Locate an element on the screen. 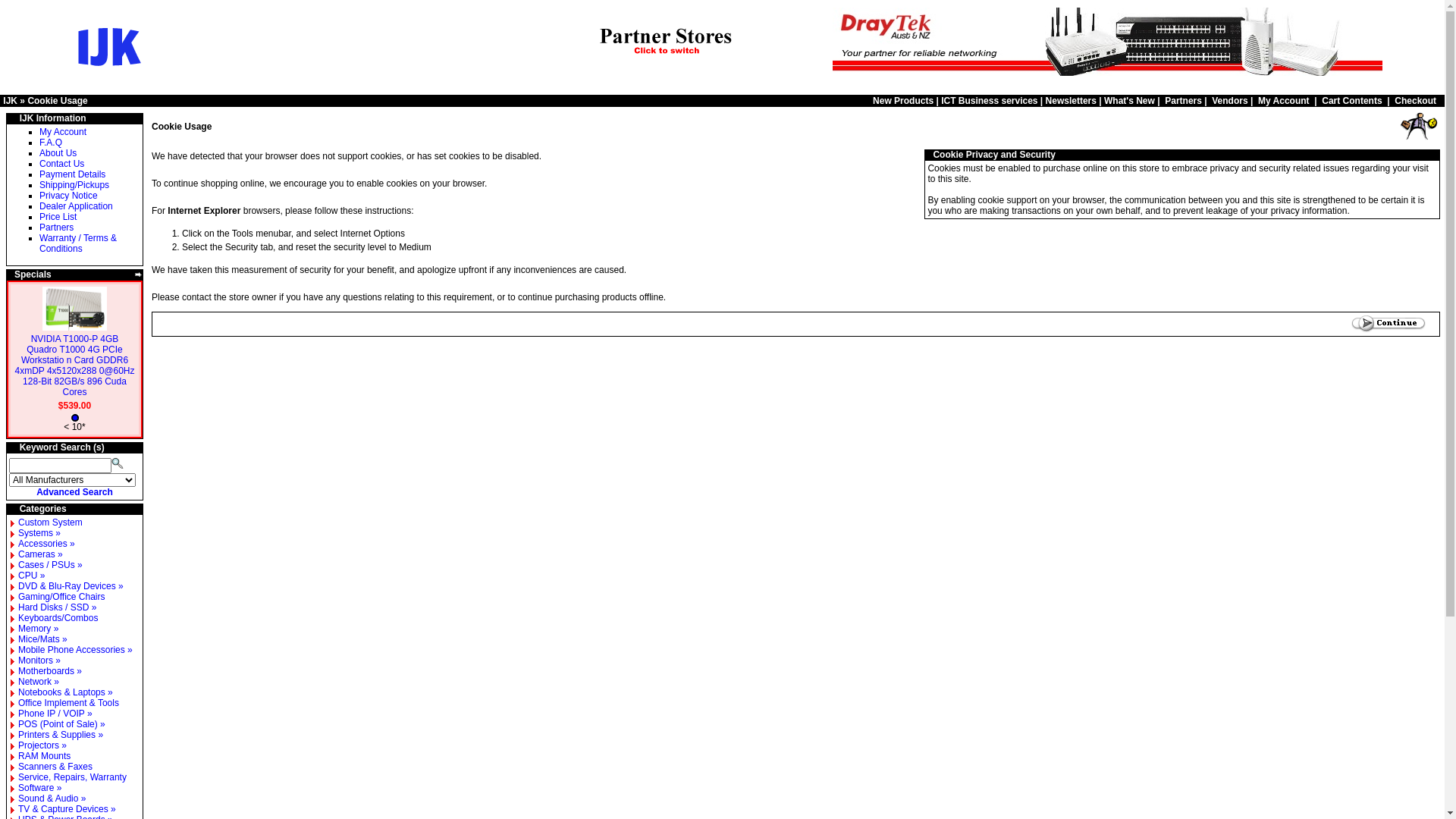 The image size is (1456, 819). 'Contact Us' is located at coordinates (61, 164).